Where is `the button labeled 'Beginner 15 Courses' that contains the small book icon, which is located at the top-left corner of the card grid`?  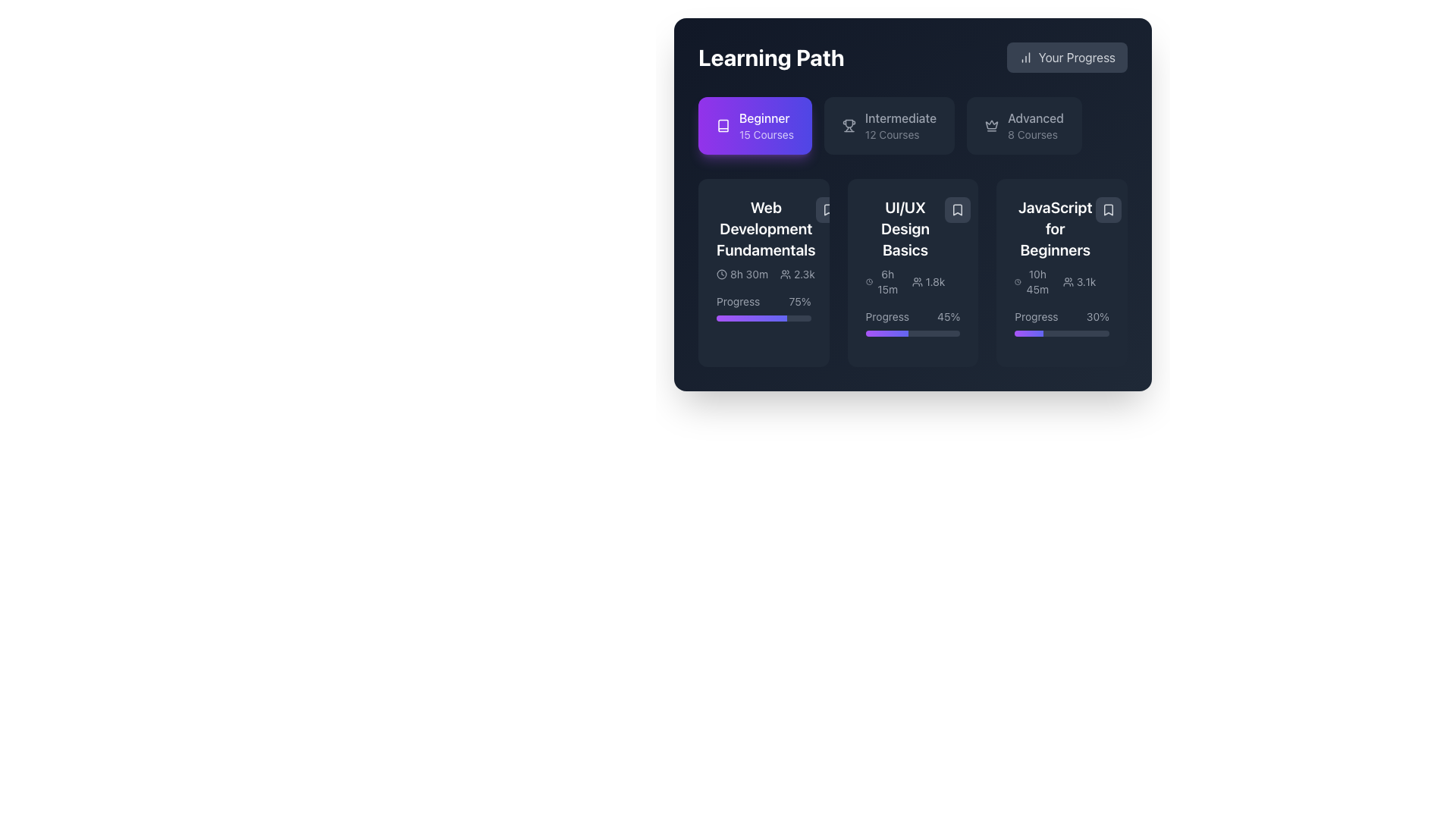 the button labeled 'Beginner 15 Courses' that contains the small book icon, which is located at the top-left corner of the card grid is located at coordinates (723, 124).